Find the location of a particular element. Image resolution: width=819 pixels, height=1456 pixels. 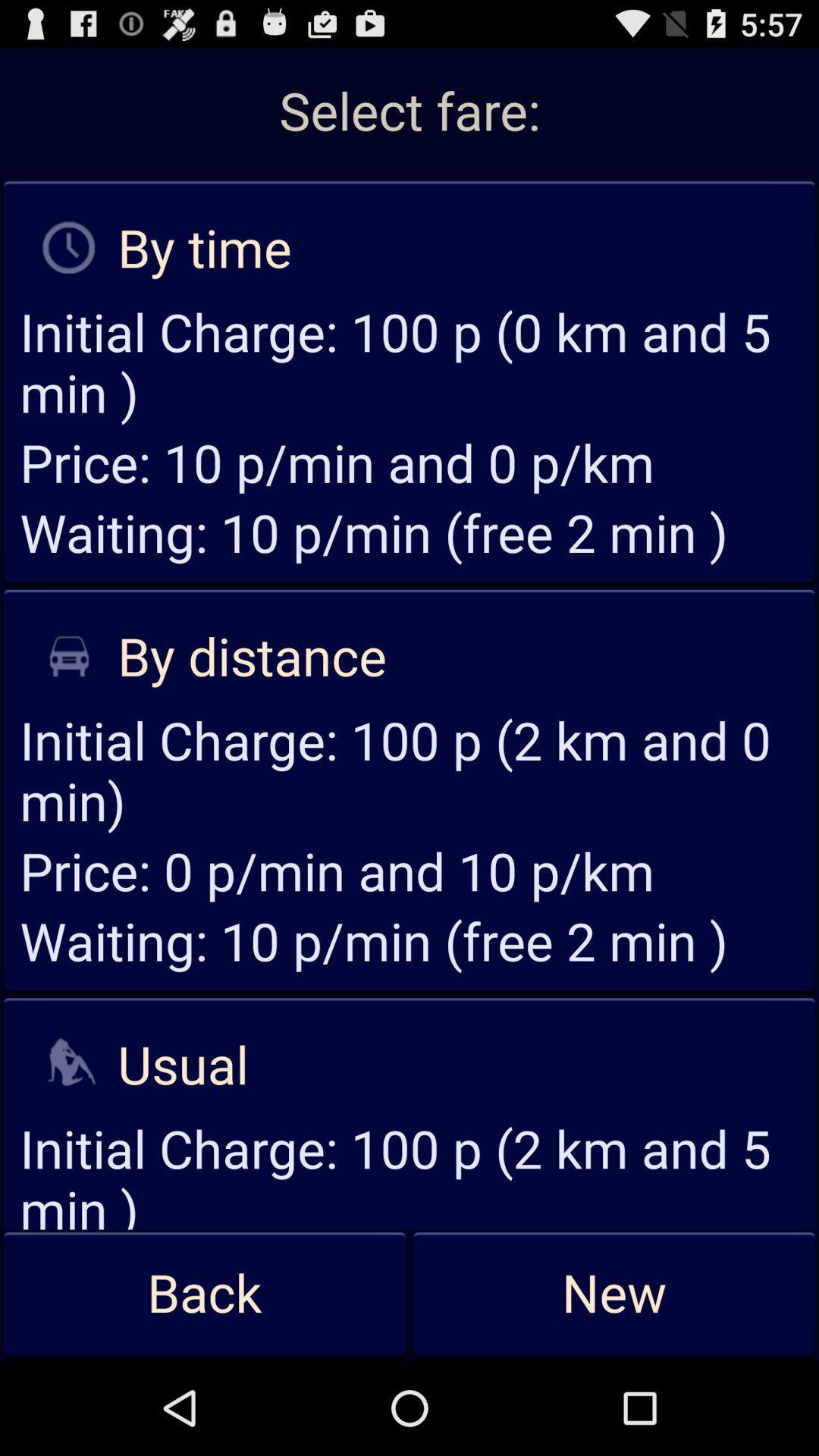

app next to the new is located at coordinates (205, 1294).